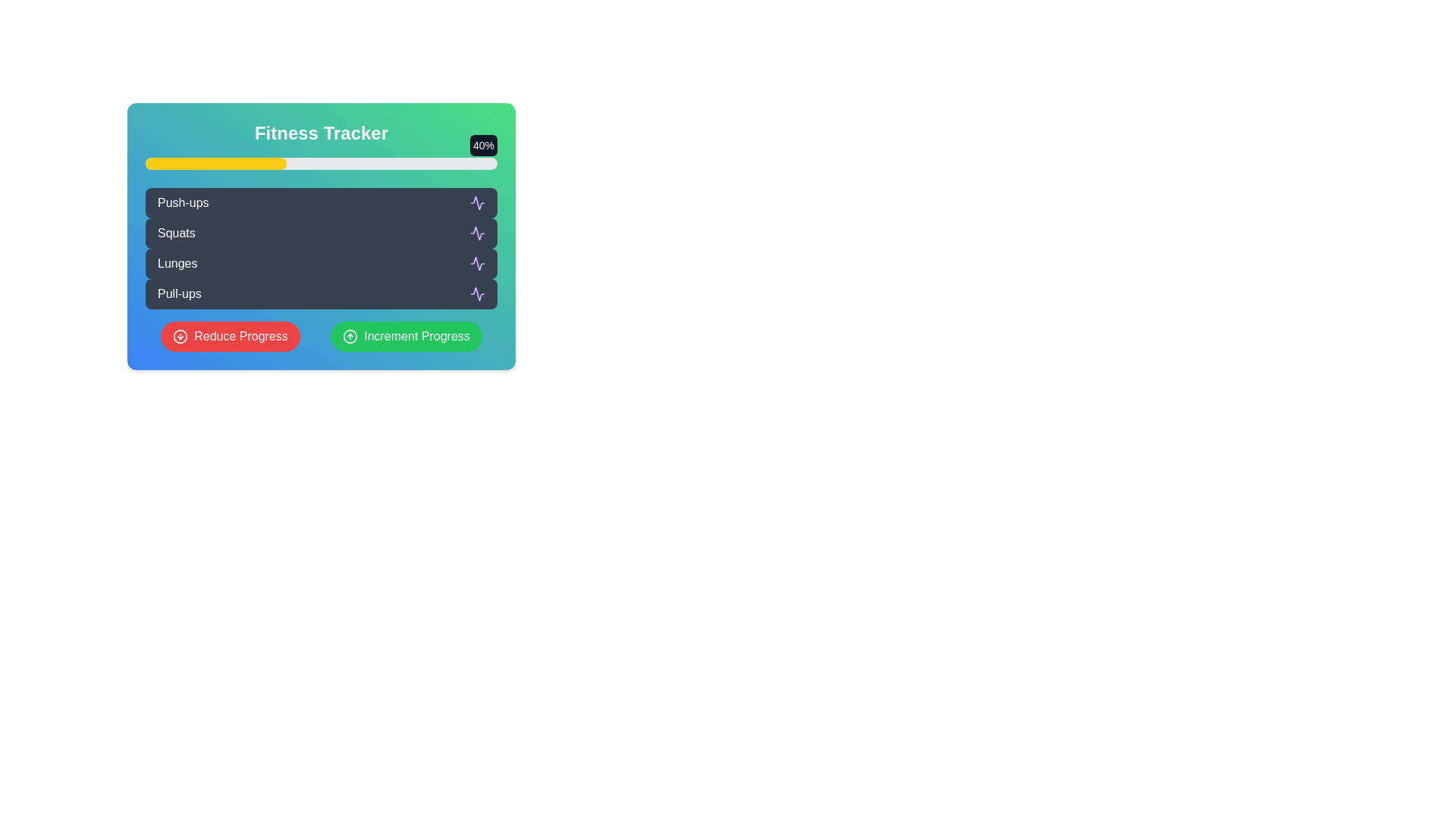 The height and width of the screenshot is (819, 1456). What do you see at coordinates (176, 234) in the screenshot?
I see `the 'Squats' label` at bounding box center [176, 234].